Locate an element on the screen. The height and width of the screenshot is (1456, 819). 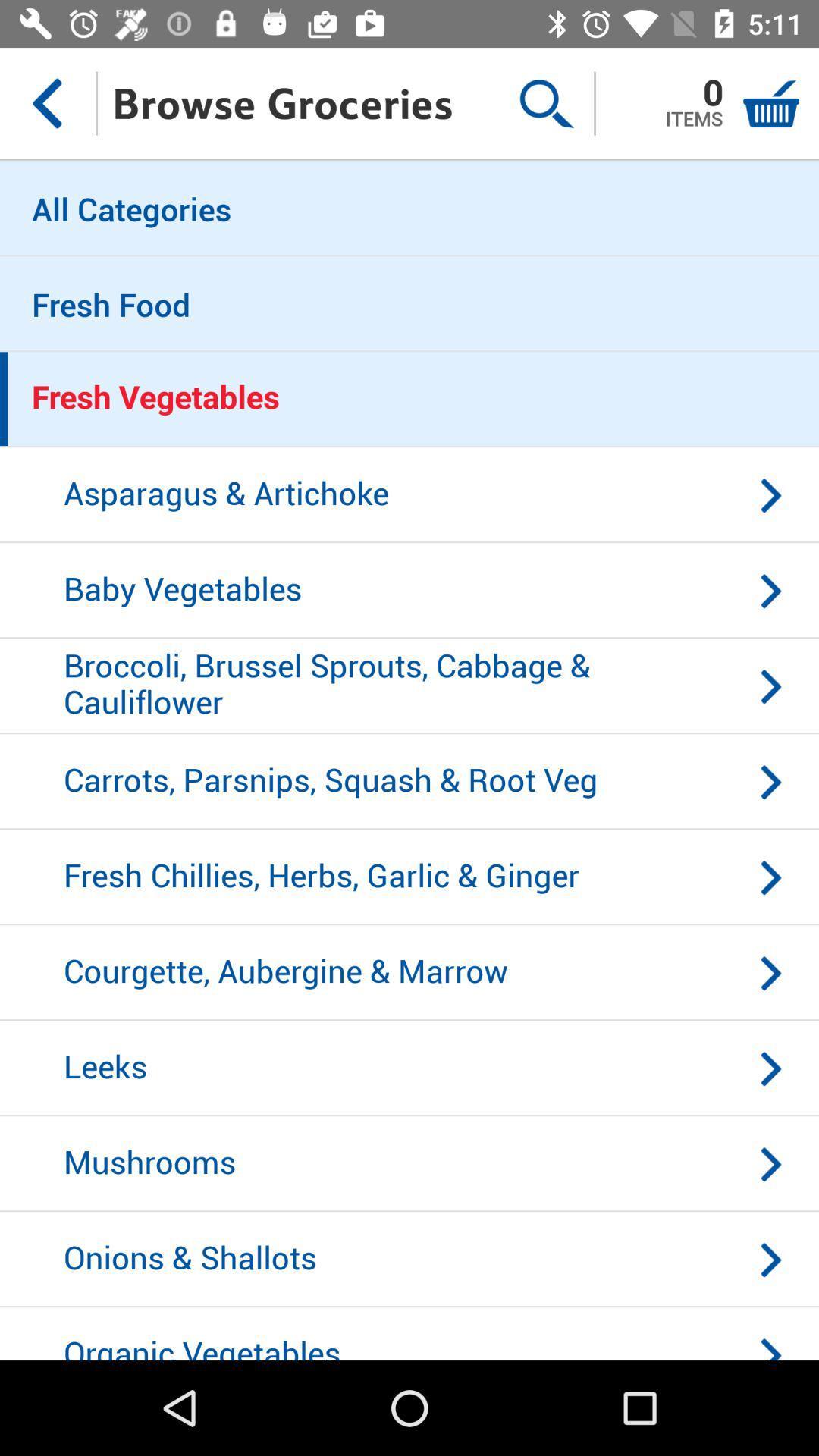
item above the leeks item is located at coordinates (409, 973).